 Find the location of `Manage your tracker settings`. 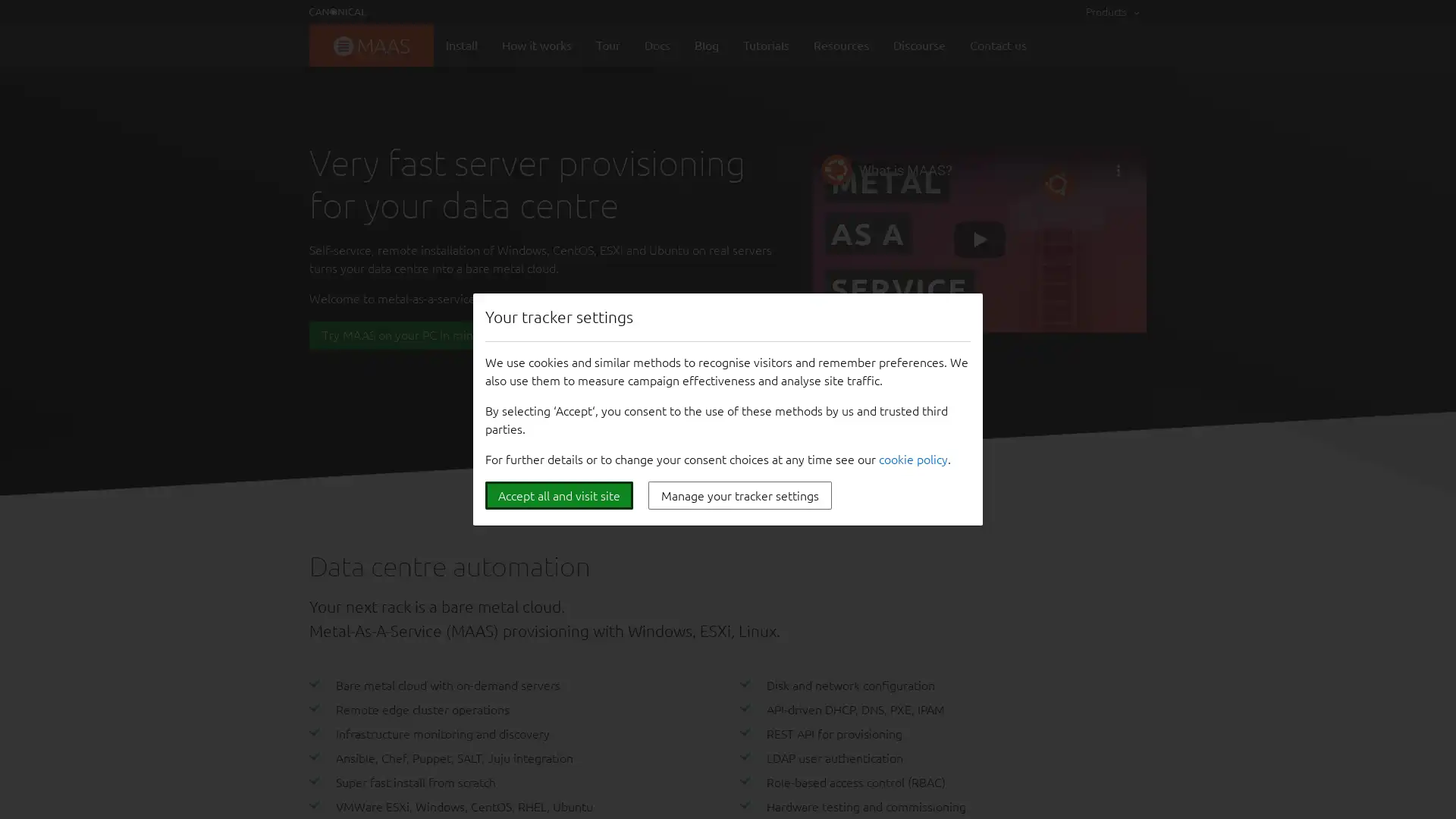

Manage your tracker settings is located at coordinates (739, 495).